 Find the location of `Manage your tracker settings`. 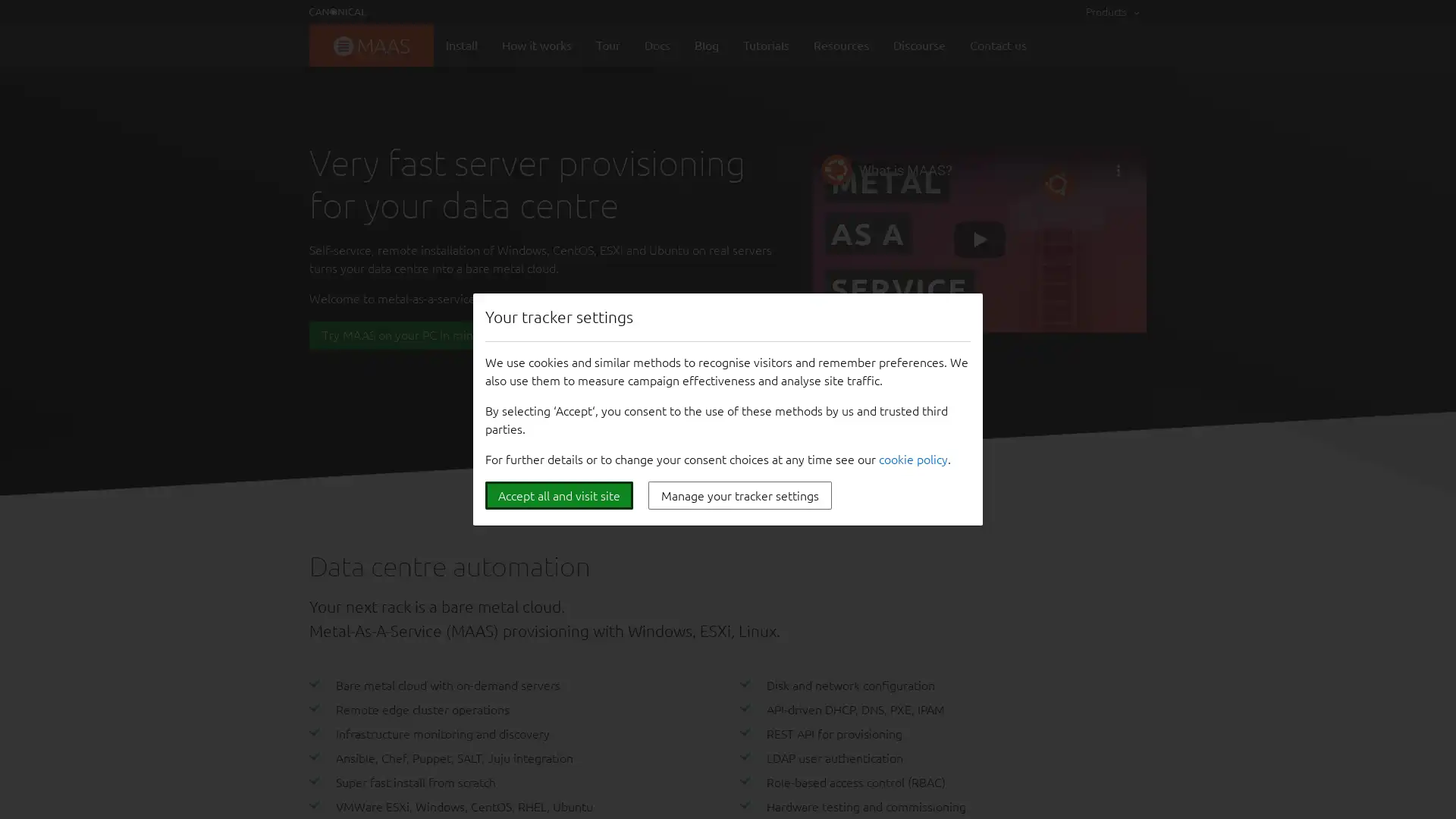

Manage your tracker settings is located at coordinates (739, 495).